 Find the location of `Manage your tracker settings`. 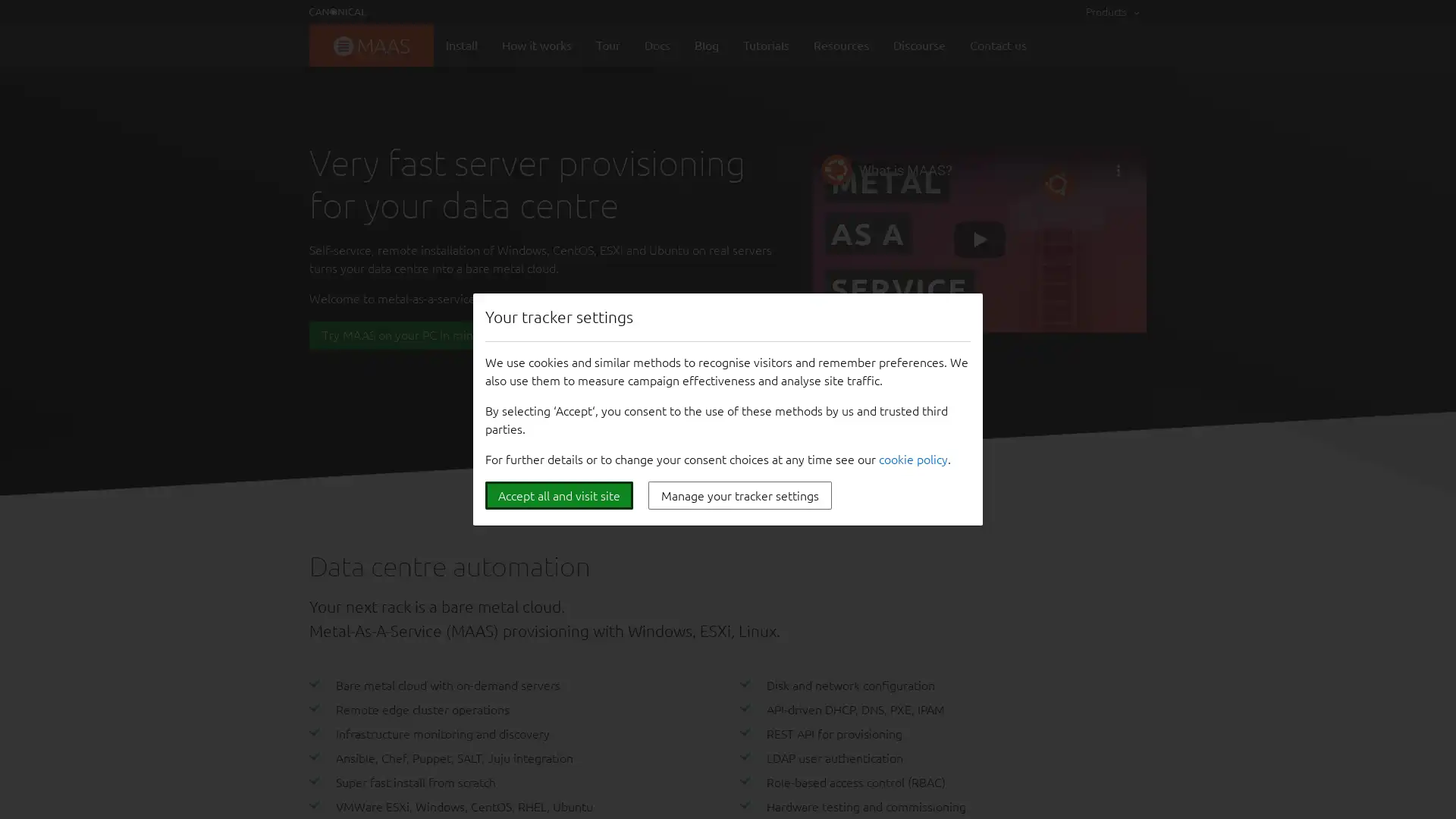

Manage your tracker settings is located at coordinates (739, 495).